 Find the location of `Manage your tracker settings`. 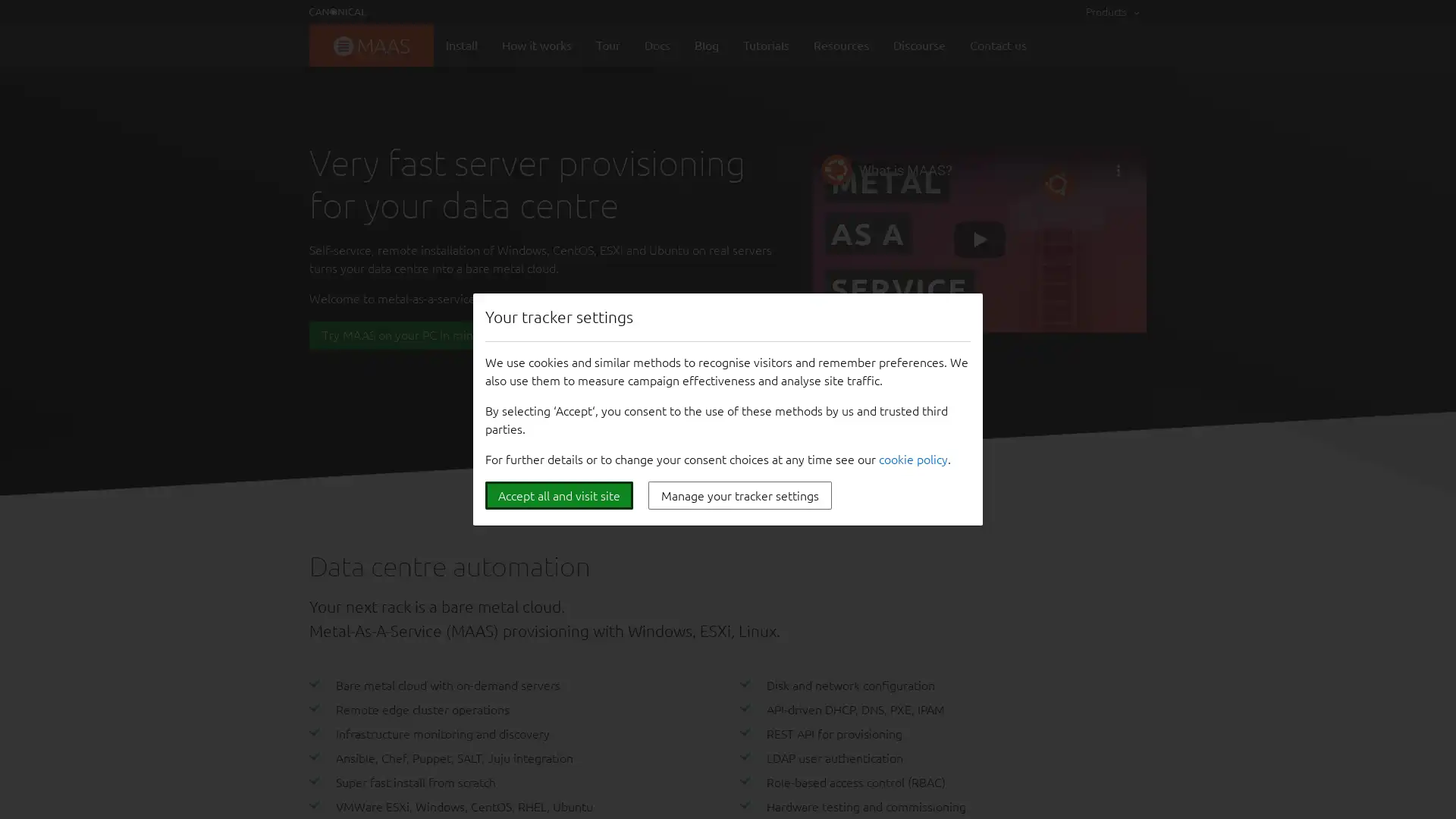

Manage your tracker settings is located at coordinates (739, 495).